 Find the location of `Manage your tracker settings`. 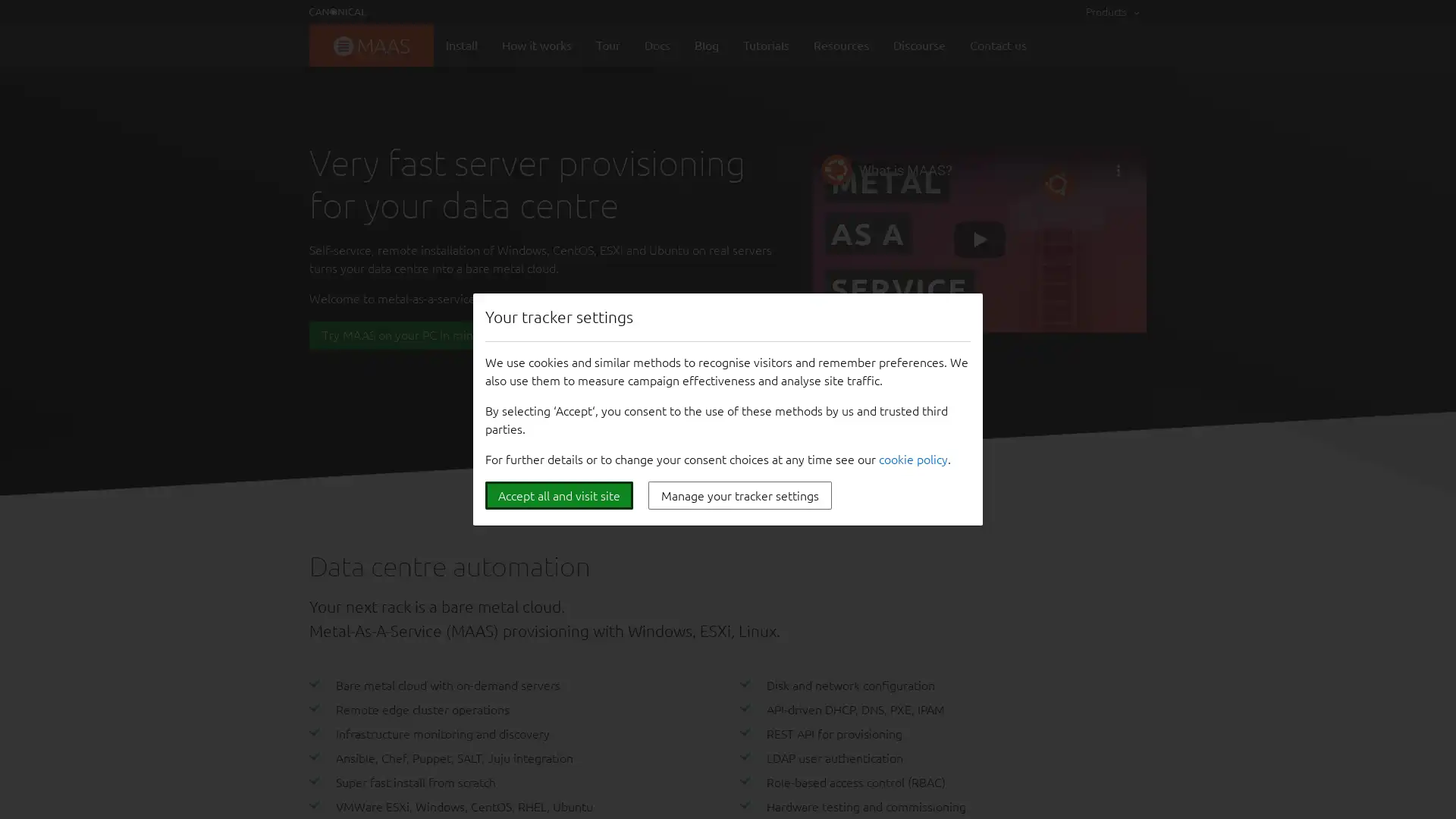

Manage your tracker settings is located at coordinates (739, 495).